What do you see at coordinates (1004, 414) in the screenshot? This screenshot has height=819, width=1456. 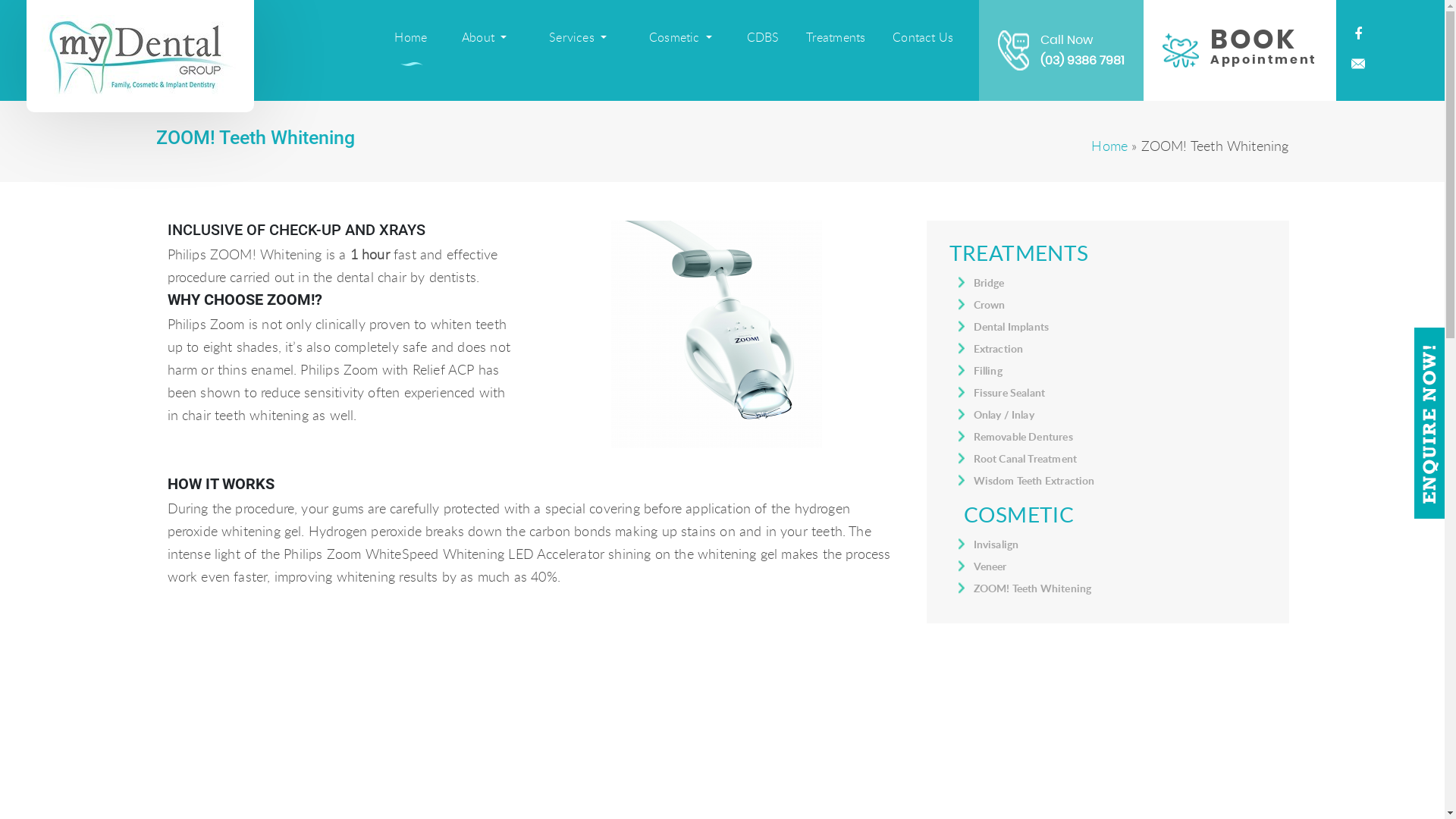 I see `'Onlay / Inlay'` at bounding box center [1004, 414].